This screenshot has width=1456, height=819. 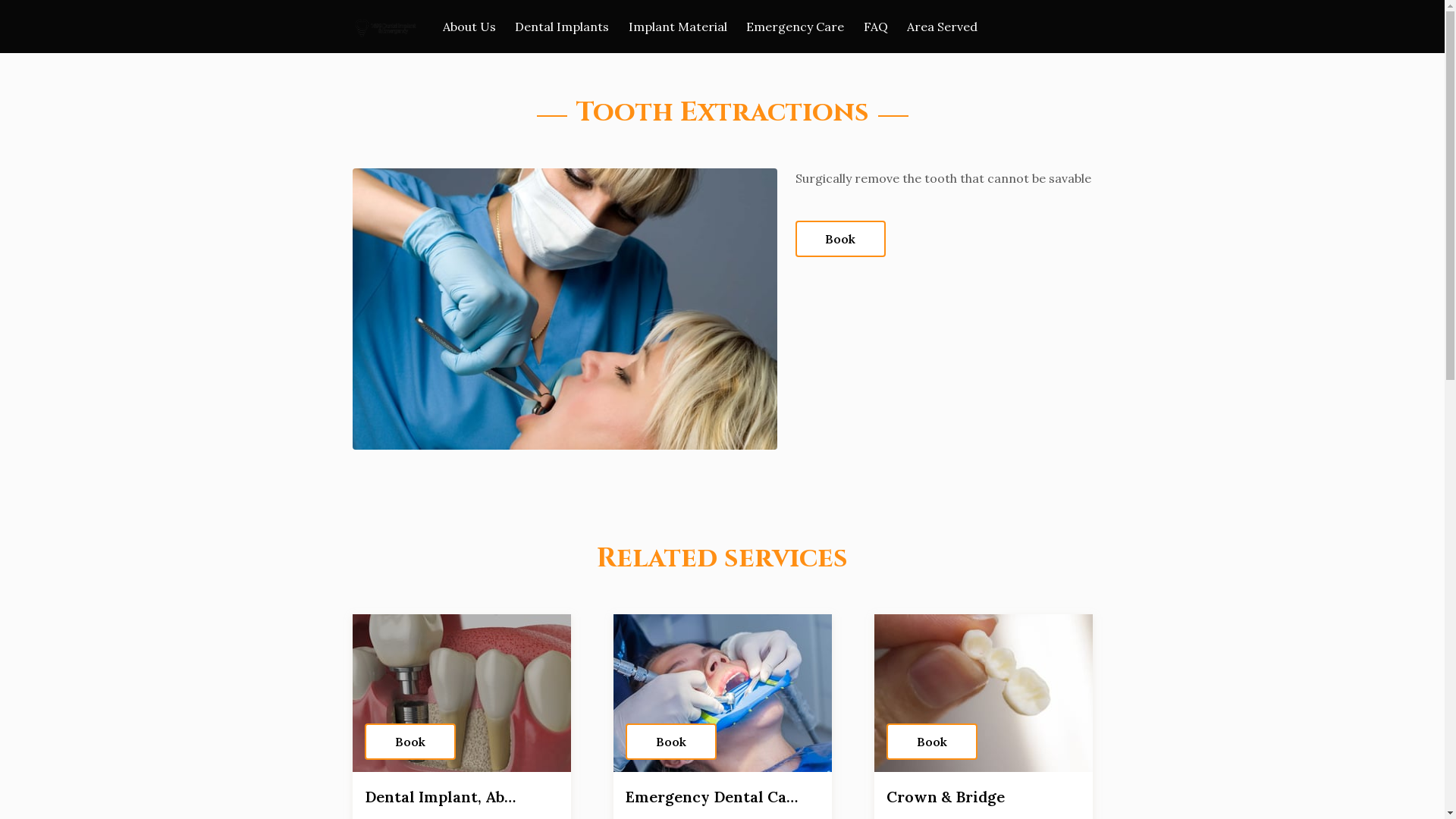 I want to click on 'About Us', so click(x=469, y=26).